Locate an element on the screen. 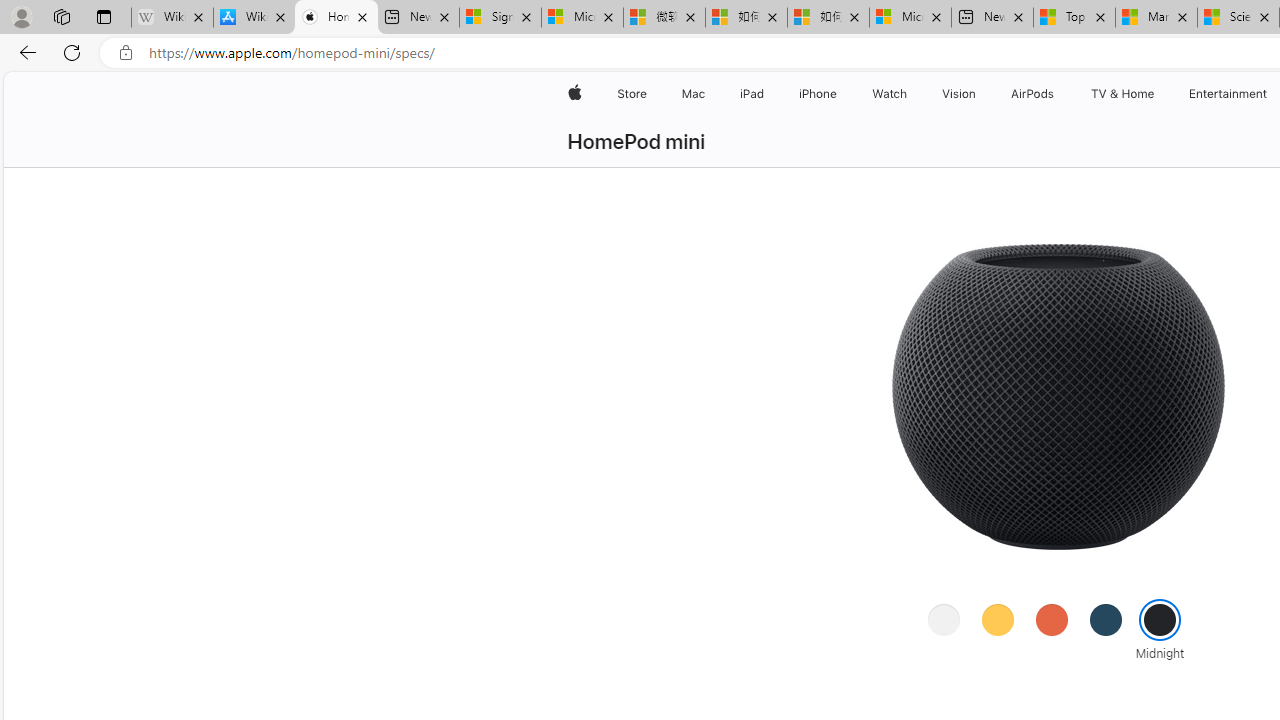 This screenshot has height=720, width=1280. 'Vision' is located at coordinates (960, 93).